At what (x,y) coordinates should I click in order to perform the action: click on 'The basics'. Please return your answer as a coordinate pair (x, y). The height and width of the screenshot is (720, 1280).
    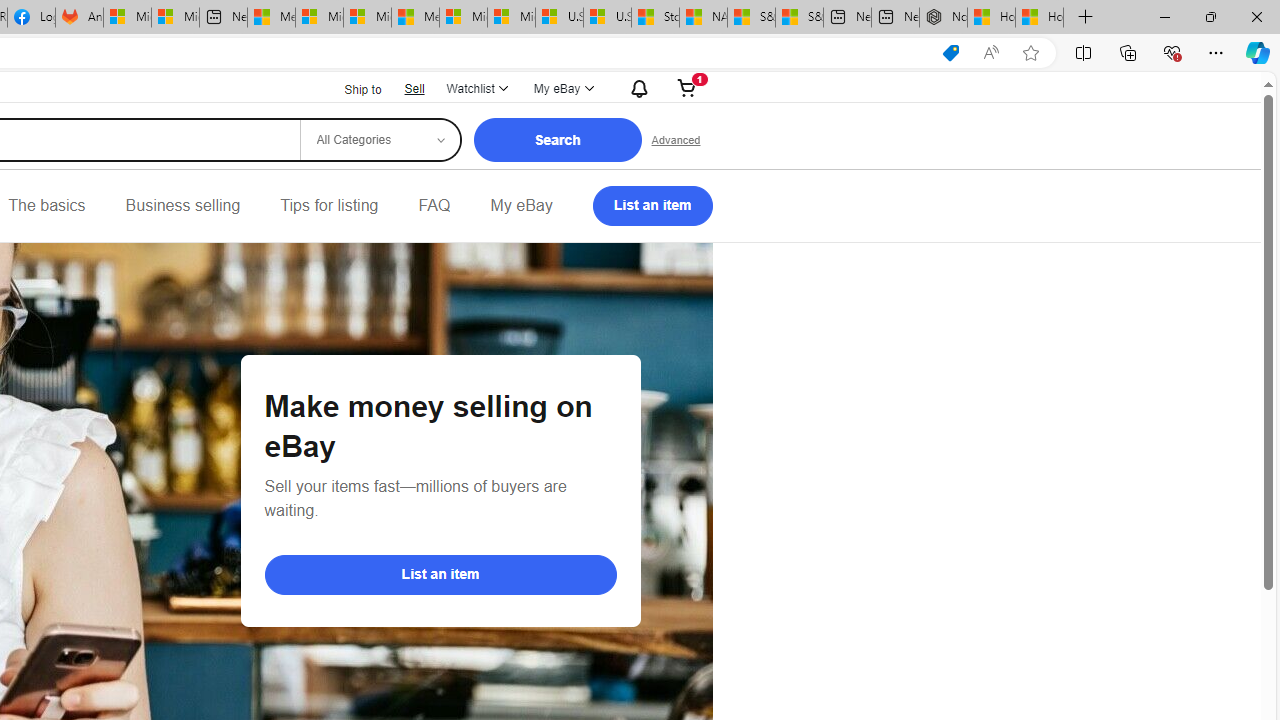
    Looking at the image, I should click on (46, 205).